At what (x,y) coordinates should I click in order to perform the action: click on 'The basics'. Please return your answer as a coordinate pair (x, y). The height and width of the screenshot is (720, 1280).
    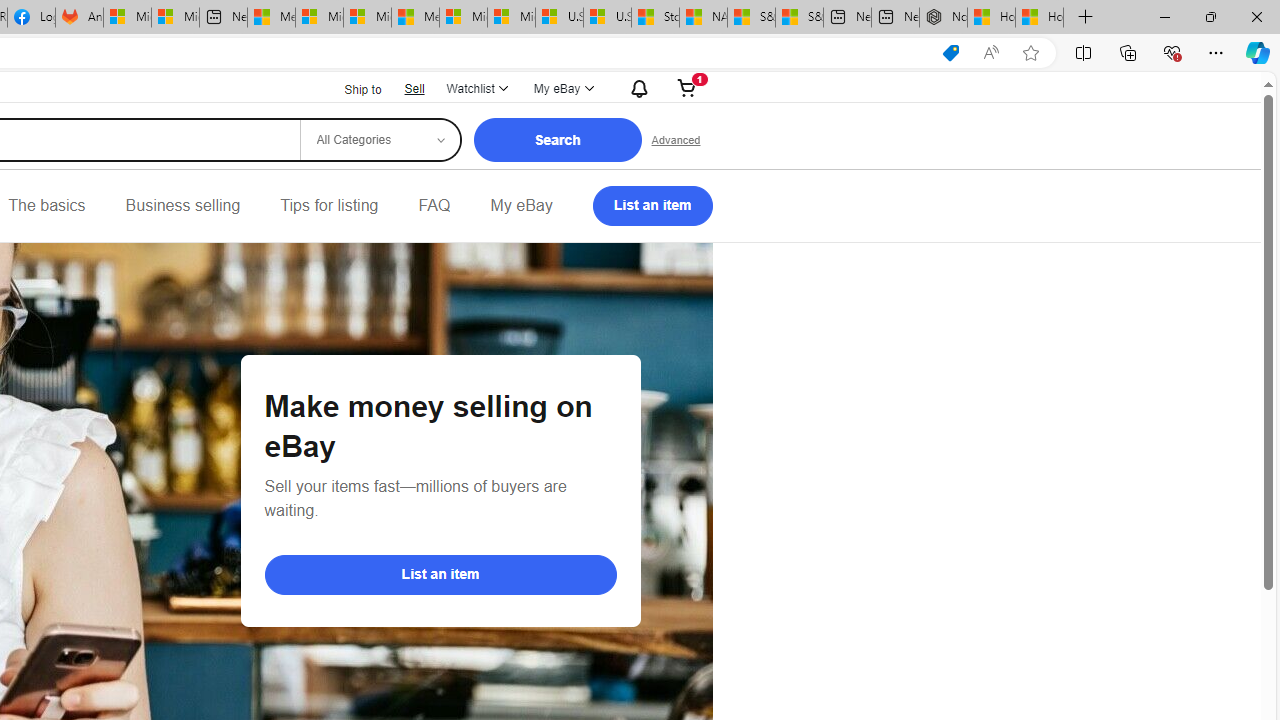
    Looking at the image, I should click on (46, 205).